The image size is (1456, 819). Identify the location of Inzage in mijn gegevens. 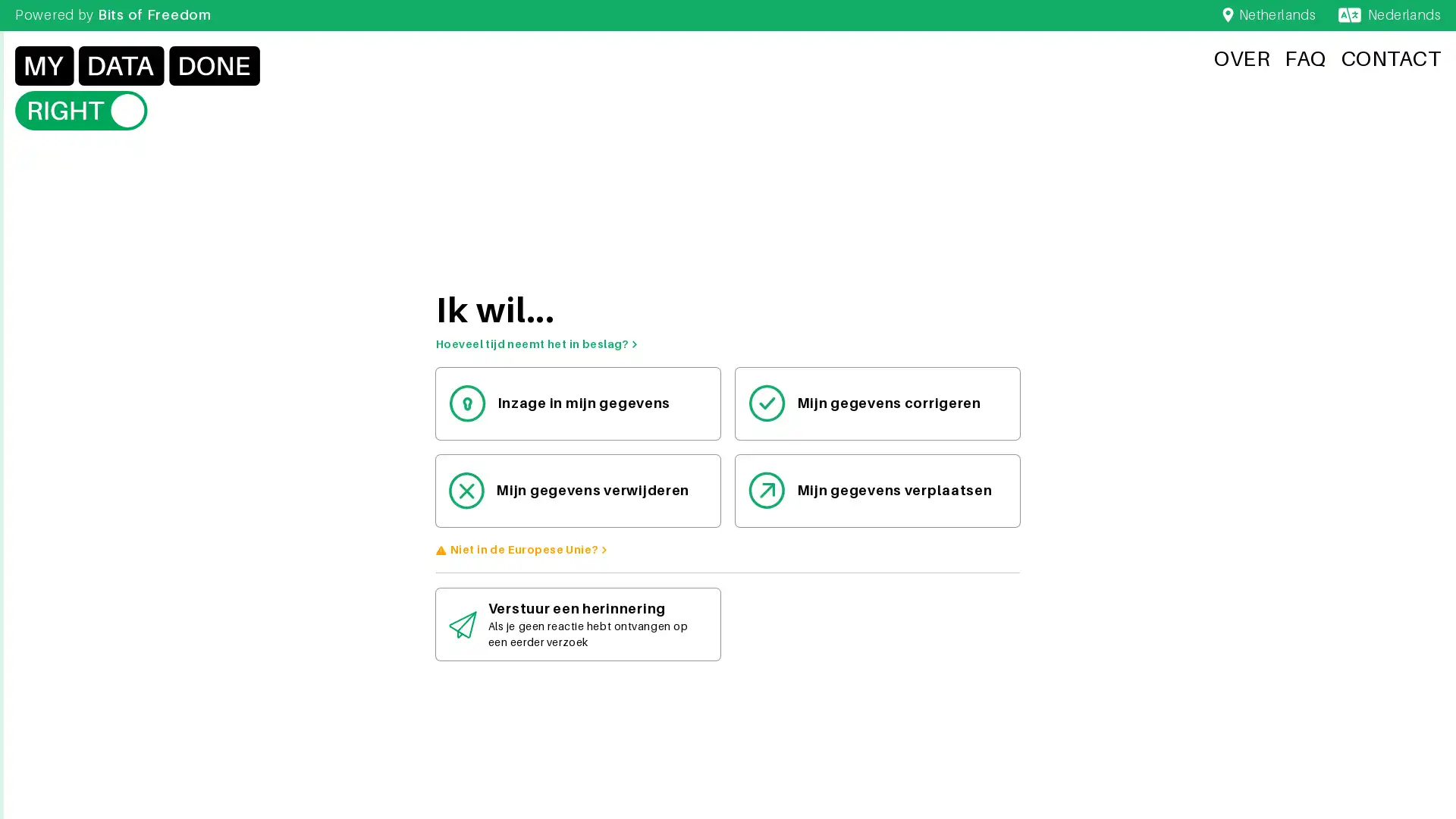
(577, 402).